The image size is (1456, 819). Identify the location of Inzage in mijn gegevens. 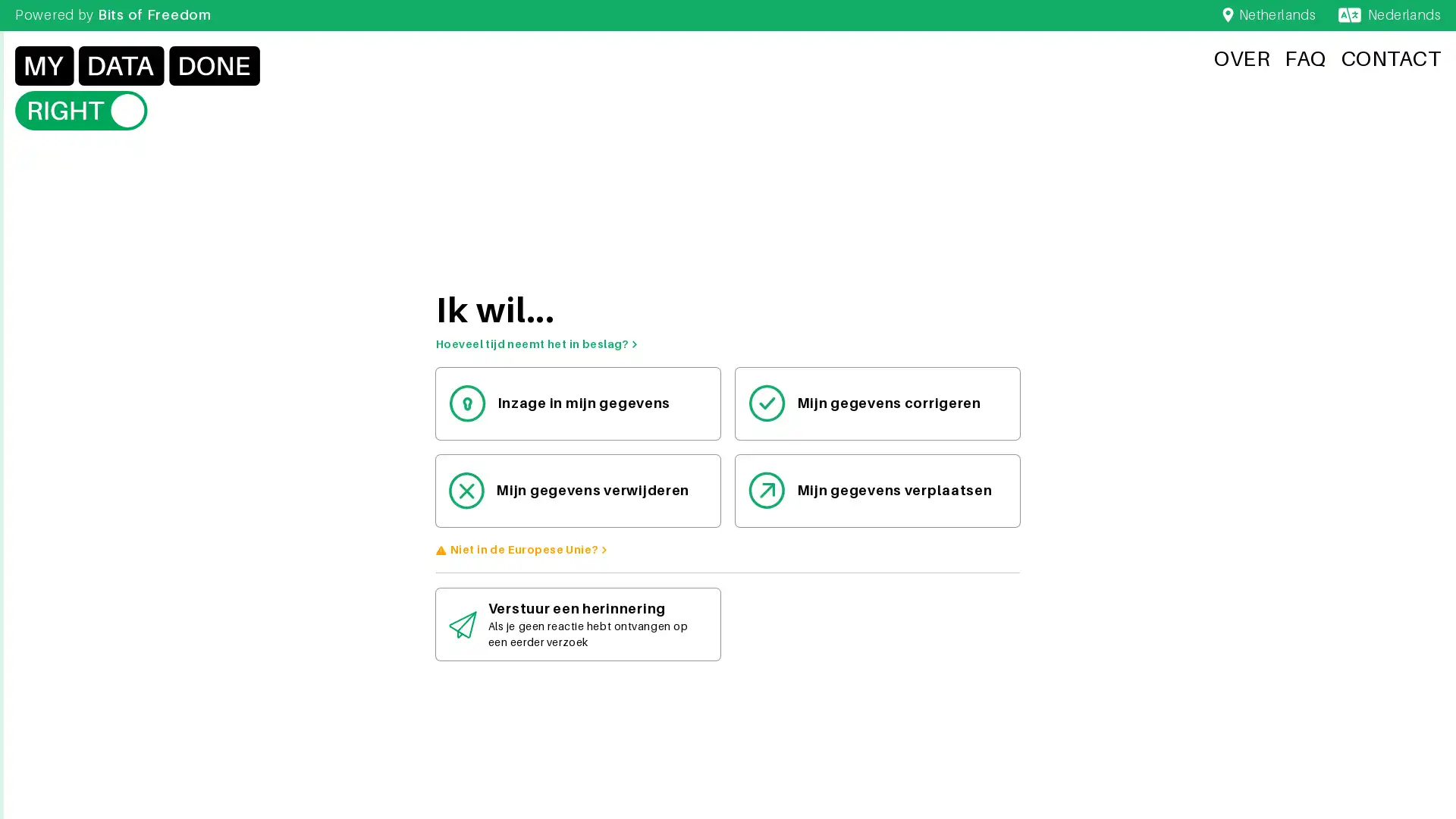
(577, 402).